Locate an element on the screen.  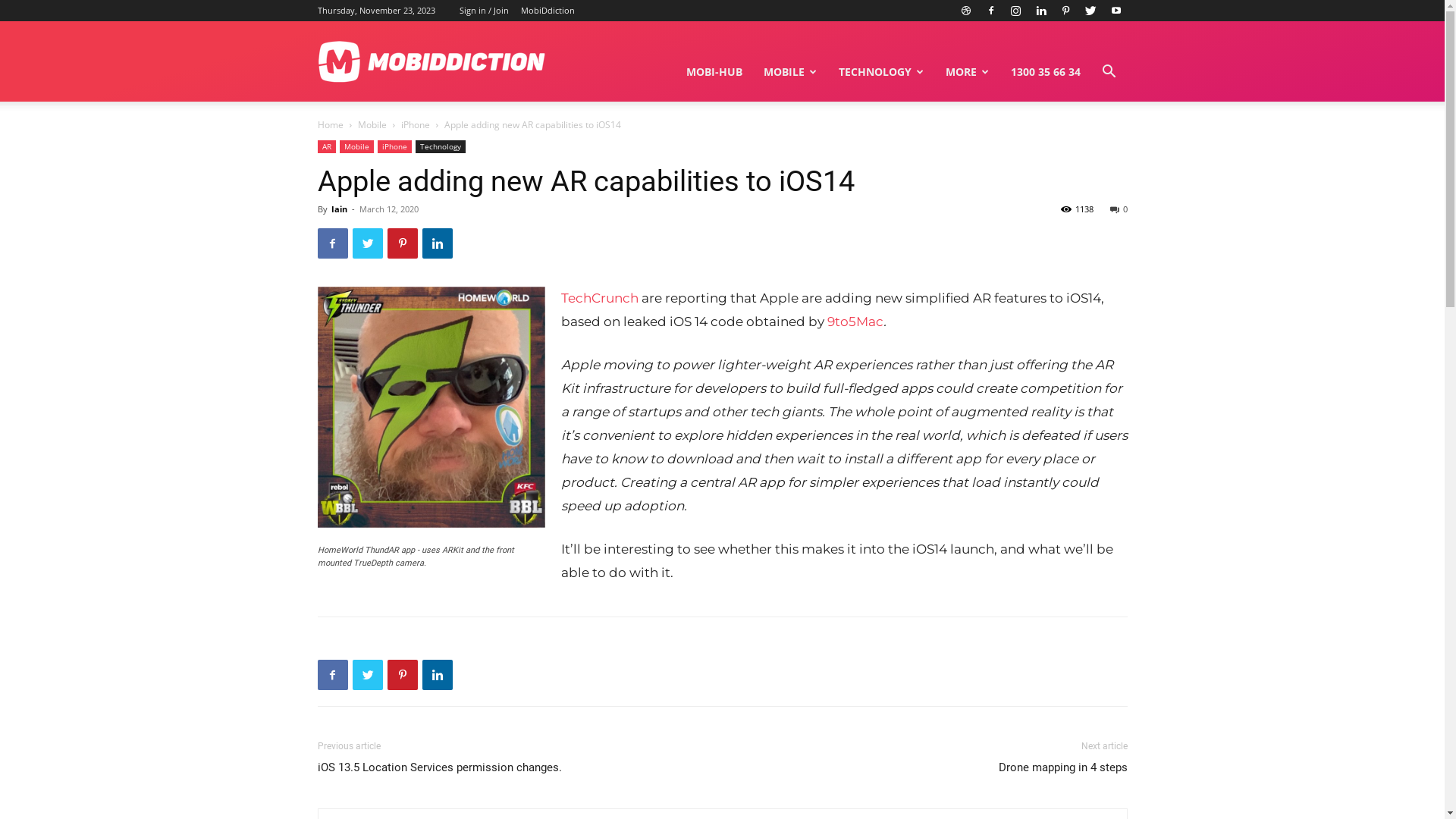
'Technology' is located at coordinates (439, 146).